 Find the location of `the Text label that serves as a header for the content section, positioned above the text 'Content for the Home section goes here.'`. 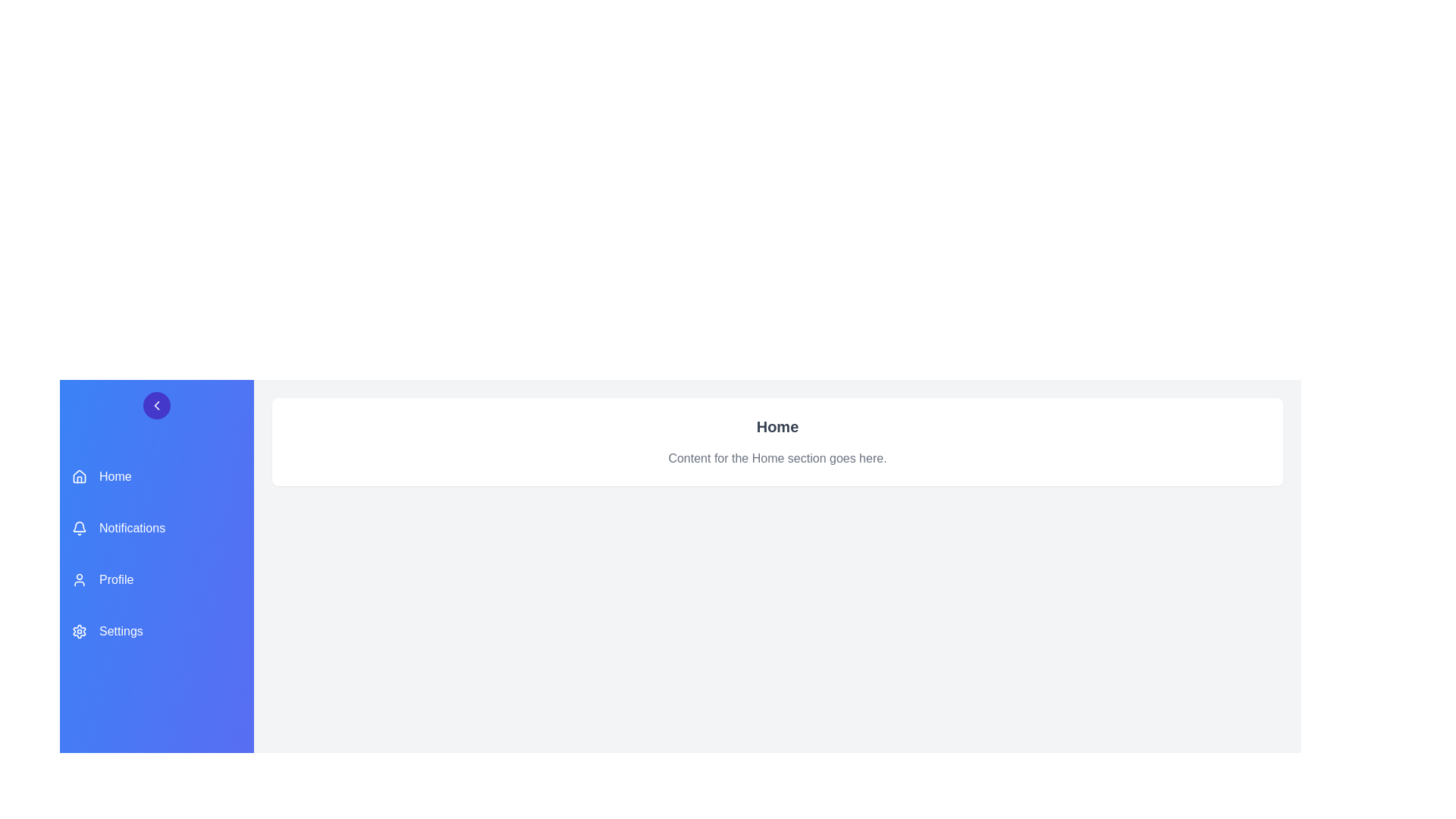

the Text label that serves as a header for the content section, positioned above the text 'Content for the Home section goes here.' is located at coordinates (777, 427).